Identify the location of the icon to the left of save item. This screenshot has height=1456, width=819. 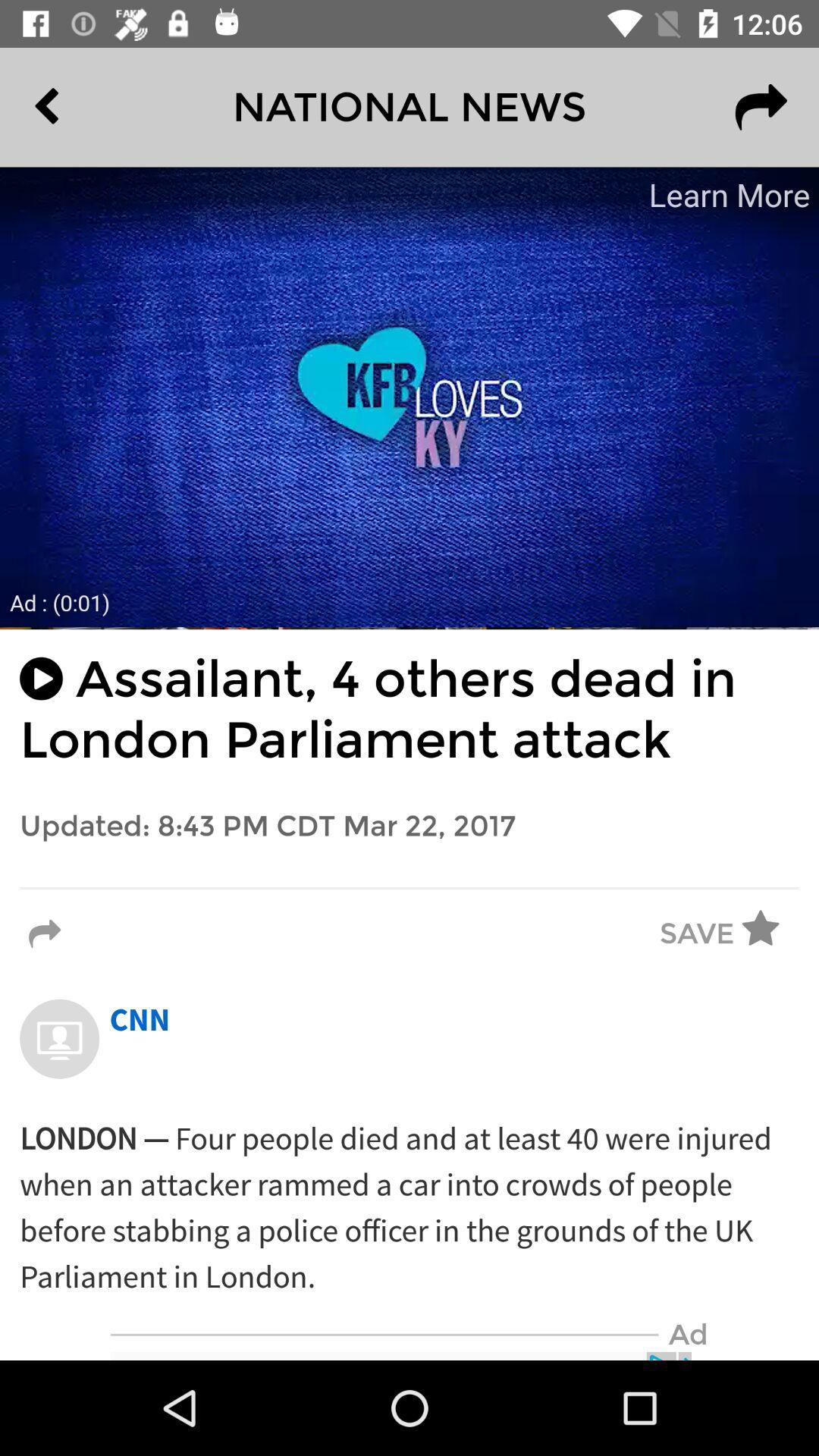
(44, 934).